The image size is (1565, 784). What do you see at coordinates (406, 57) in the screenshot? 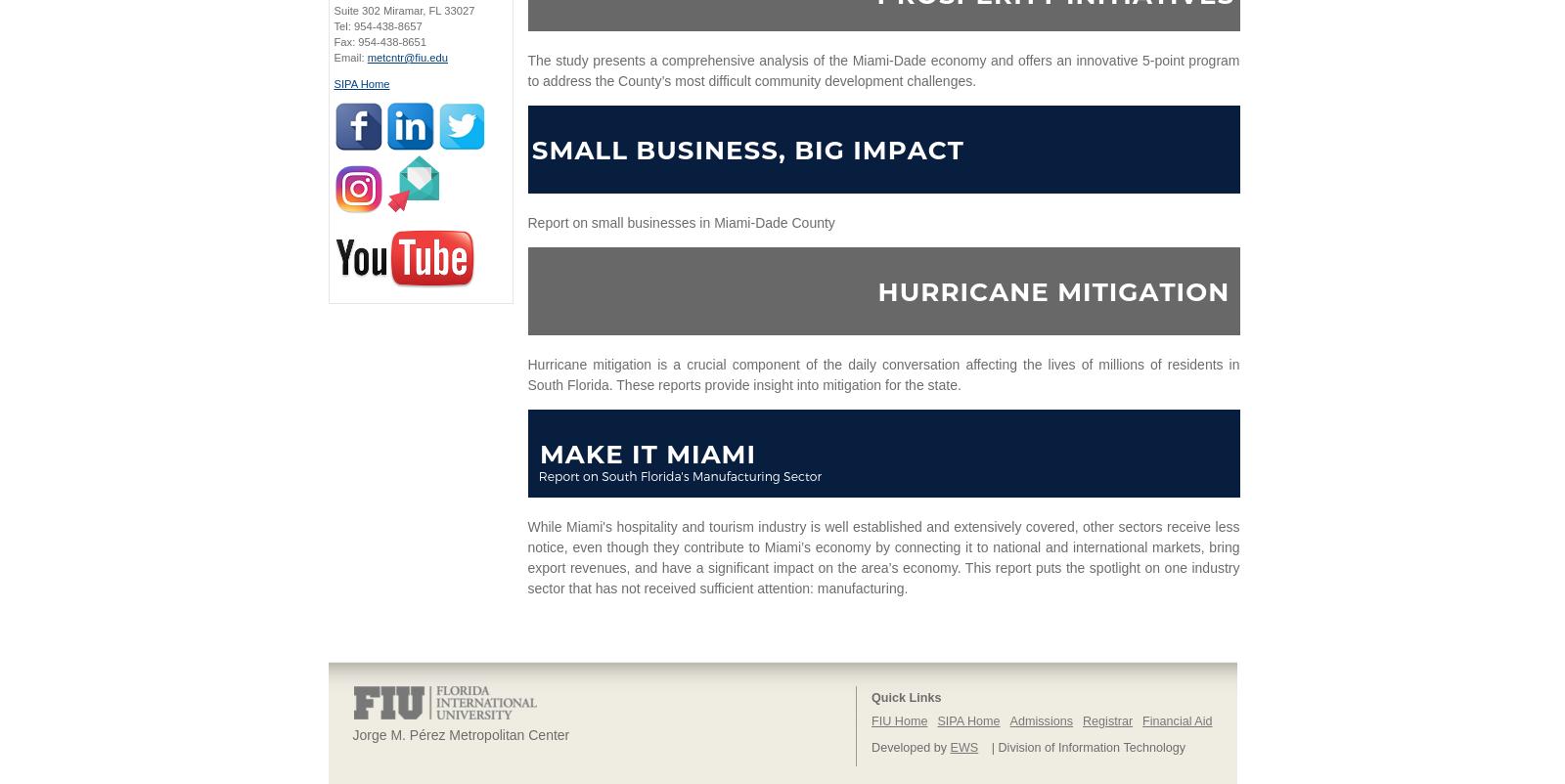
I see `'metcntr@fiu.edu'` at bounding box center [406, 57].